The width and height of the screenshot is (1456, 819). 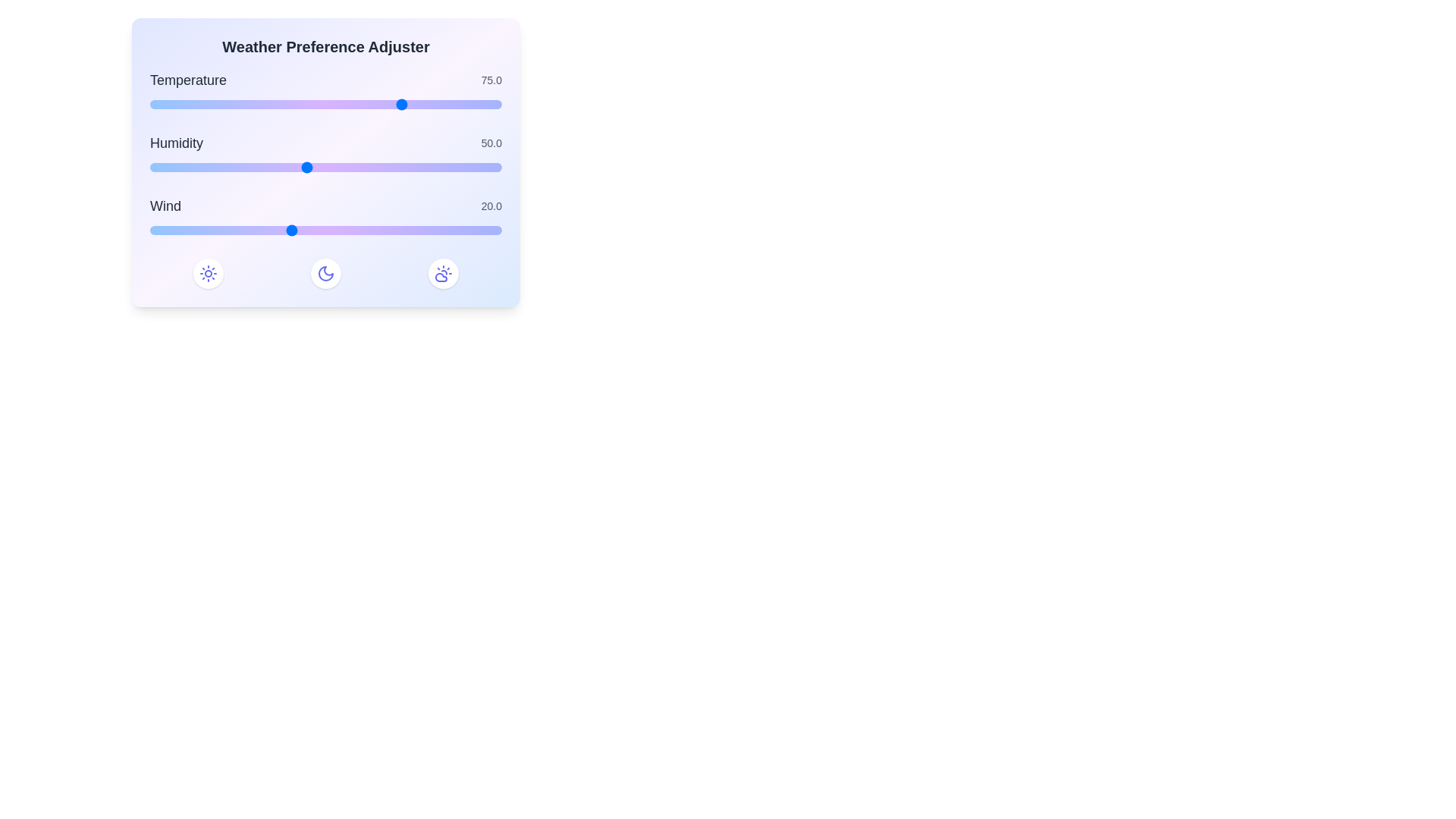 I want to click on the sliders within the Card with interactive sliders that allows users to adjust weather preferences, so click(x=325, y=162).